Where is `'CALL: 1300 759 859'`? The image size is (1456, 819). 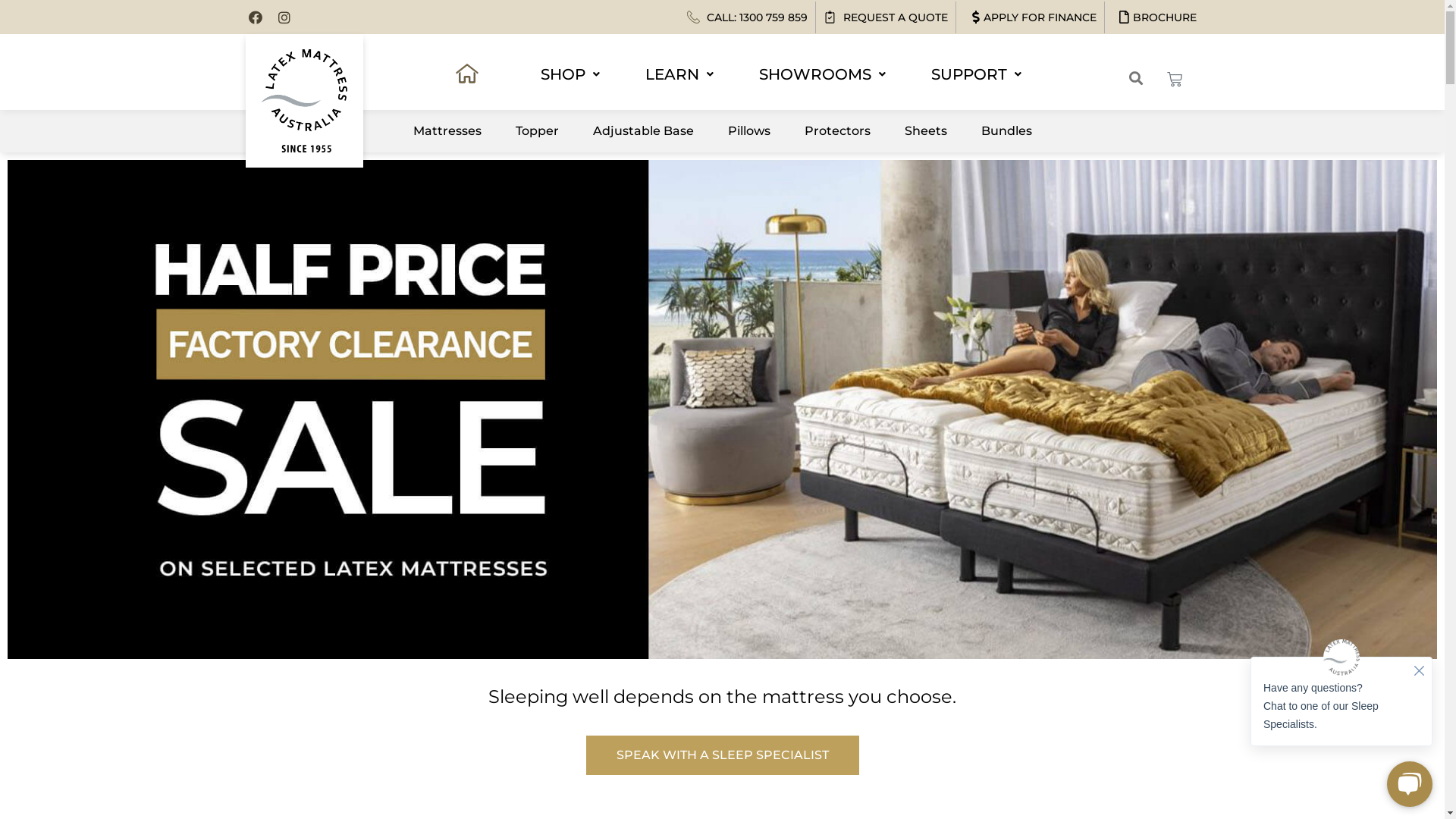
'CALL: 1300 759 859' is located at coordinates (747, 17).